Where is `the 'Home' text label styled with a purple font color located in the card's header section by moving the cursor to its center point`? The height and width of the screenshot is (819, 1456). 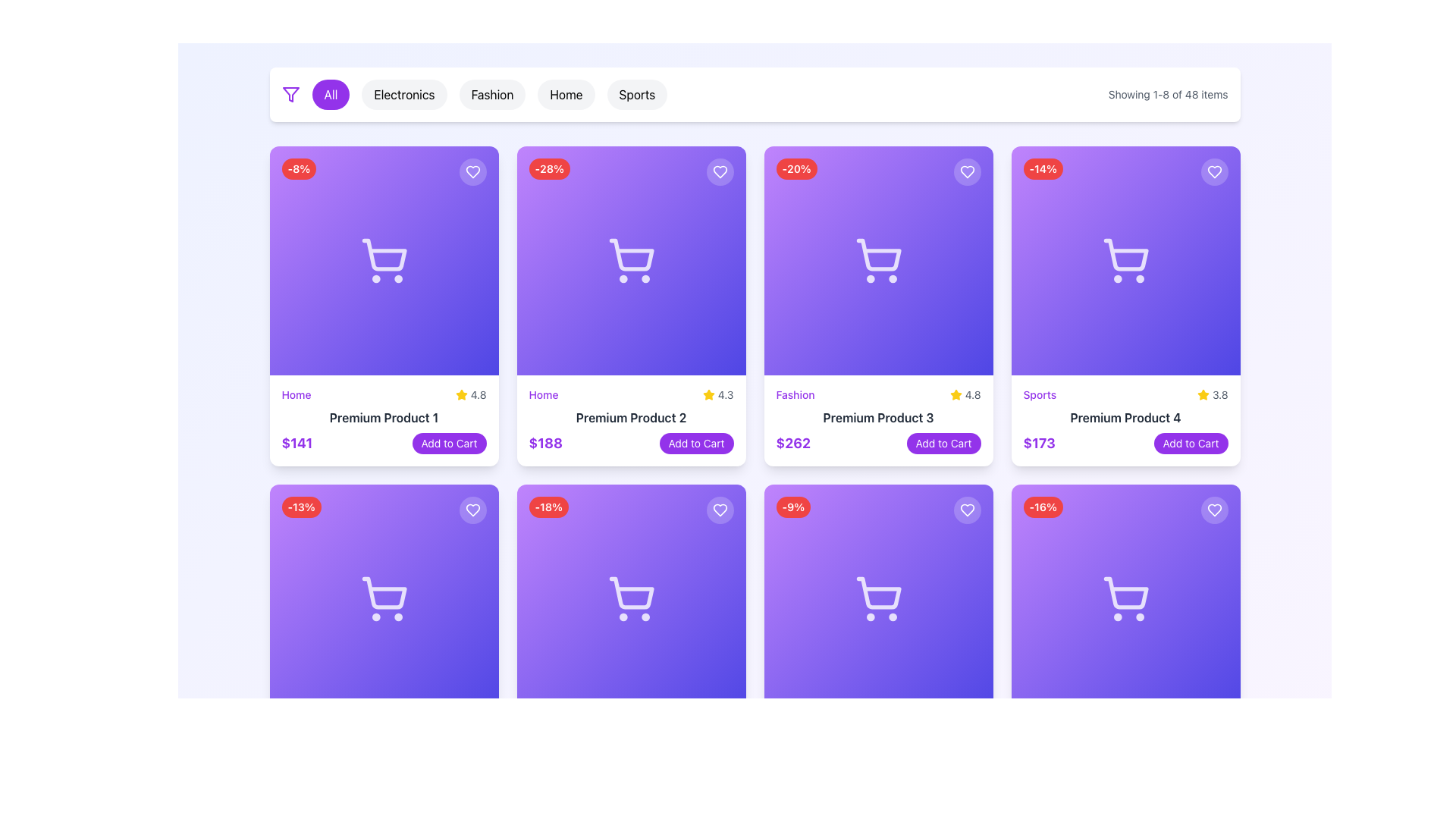
the 'Home' text label styled with a purple font color located in the card's header section by moving the cursor to its center point is located at coordinates (543, 394).